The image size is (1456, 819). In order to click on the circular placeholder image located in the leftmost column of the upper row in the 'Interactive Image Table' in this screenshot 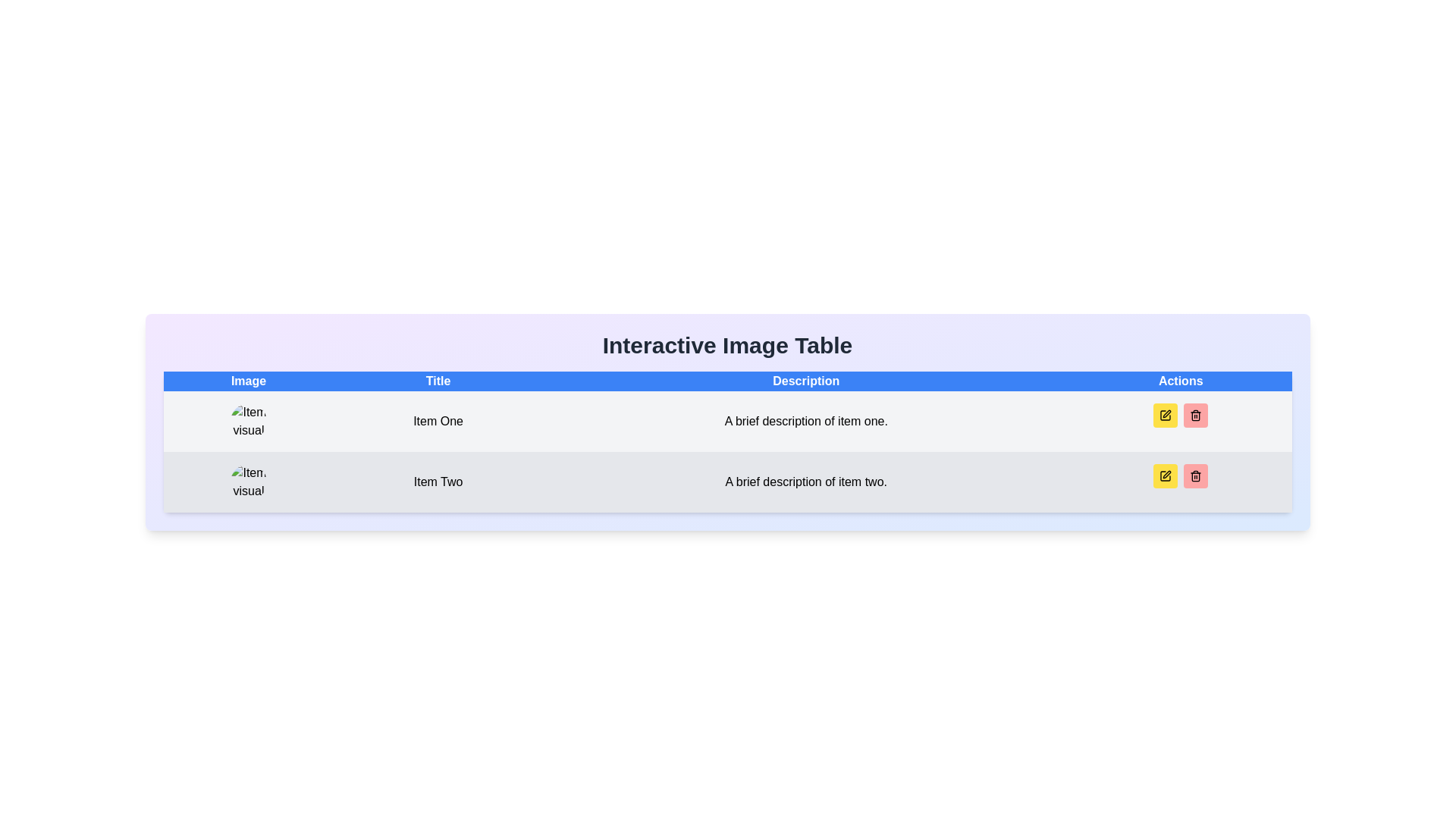, I will do `click(248, 421)`.